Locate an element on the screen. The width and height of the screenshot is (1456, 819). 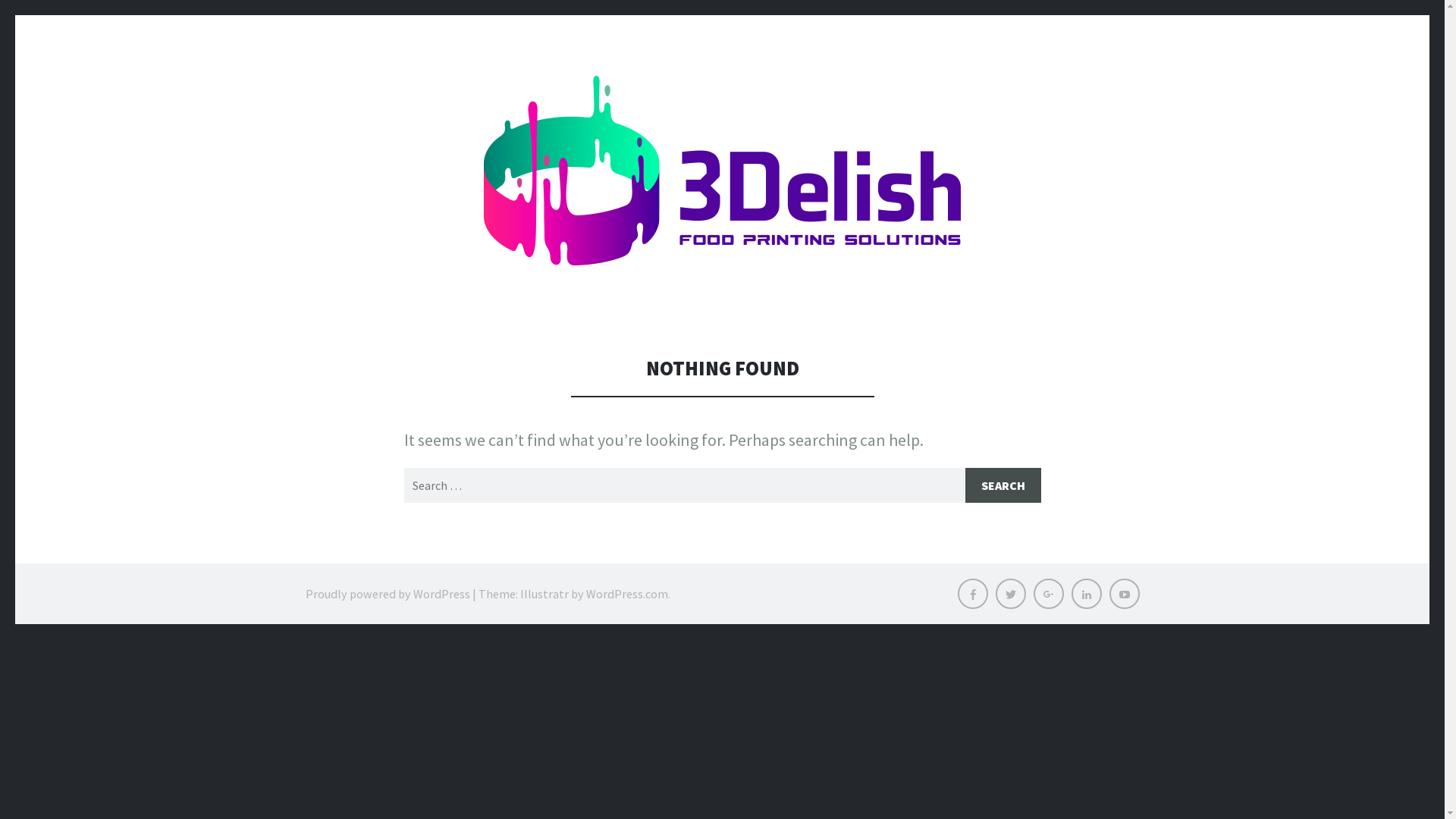
'Facebook' is located at coordinates (971, 593).